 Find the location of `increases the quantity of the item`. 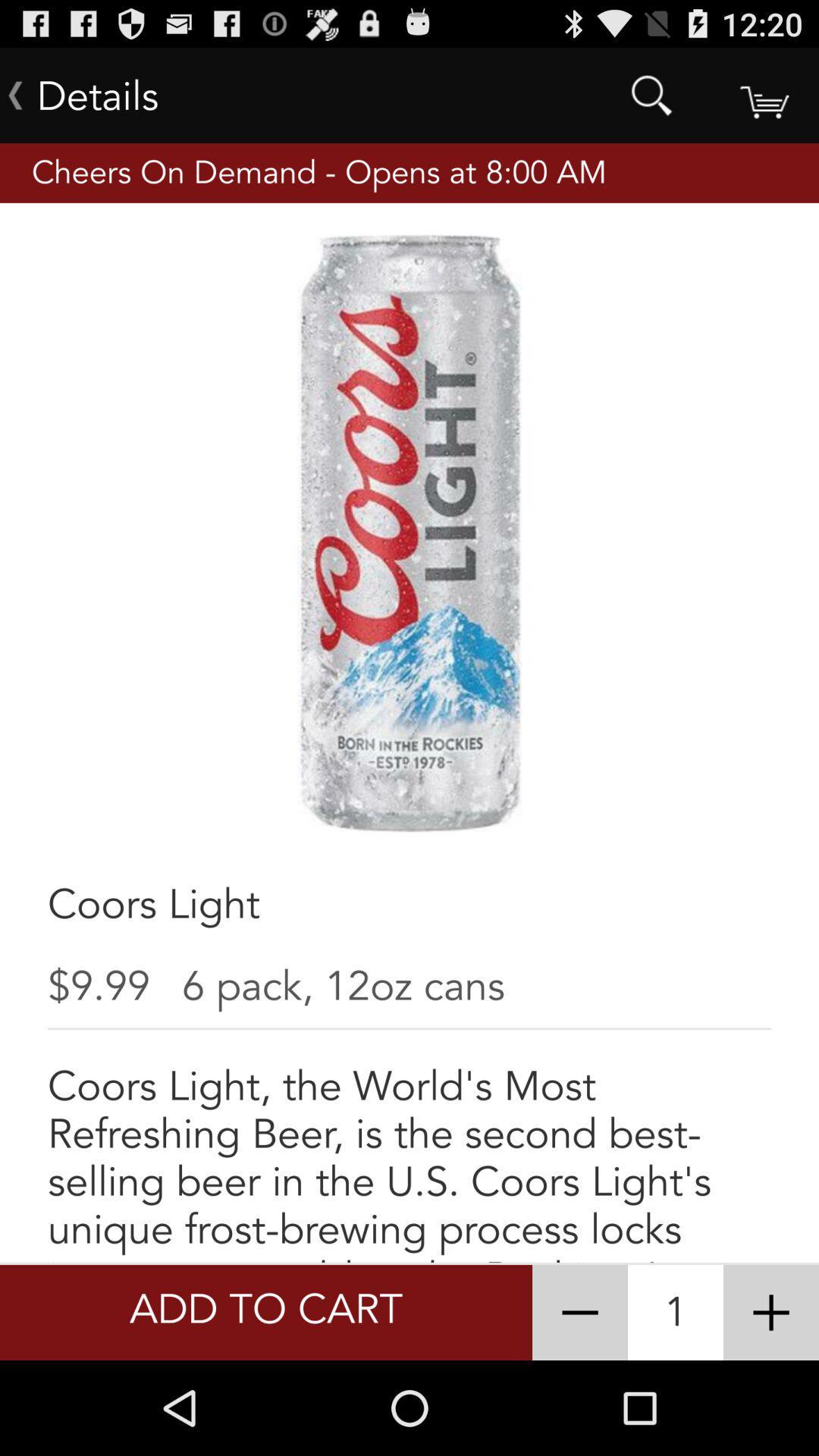

increases the quantity of the item is located at coordinates (771, 1312).